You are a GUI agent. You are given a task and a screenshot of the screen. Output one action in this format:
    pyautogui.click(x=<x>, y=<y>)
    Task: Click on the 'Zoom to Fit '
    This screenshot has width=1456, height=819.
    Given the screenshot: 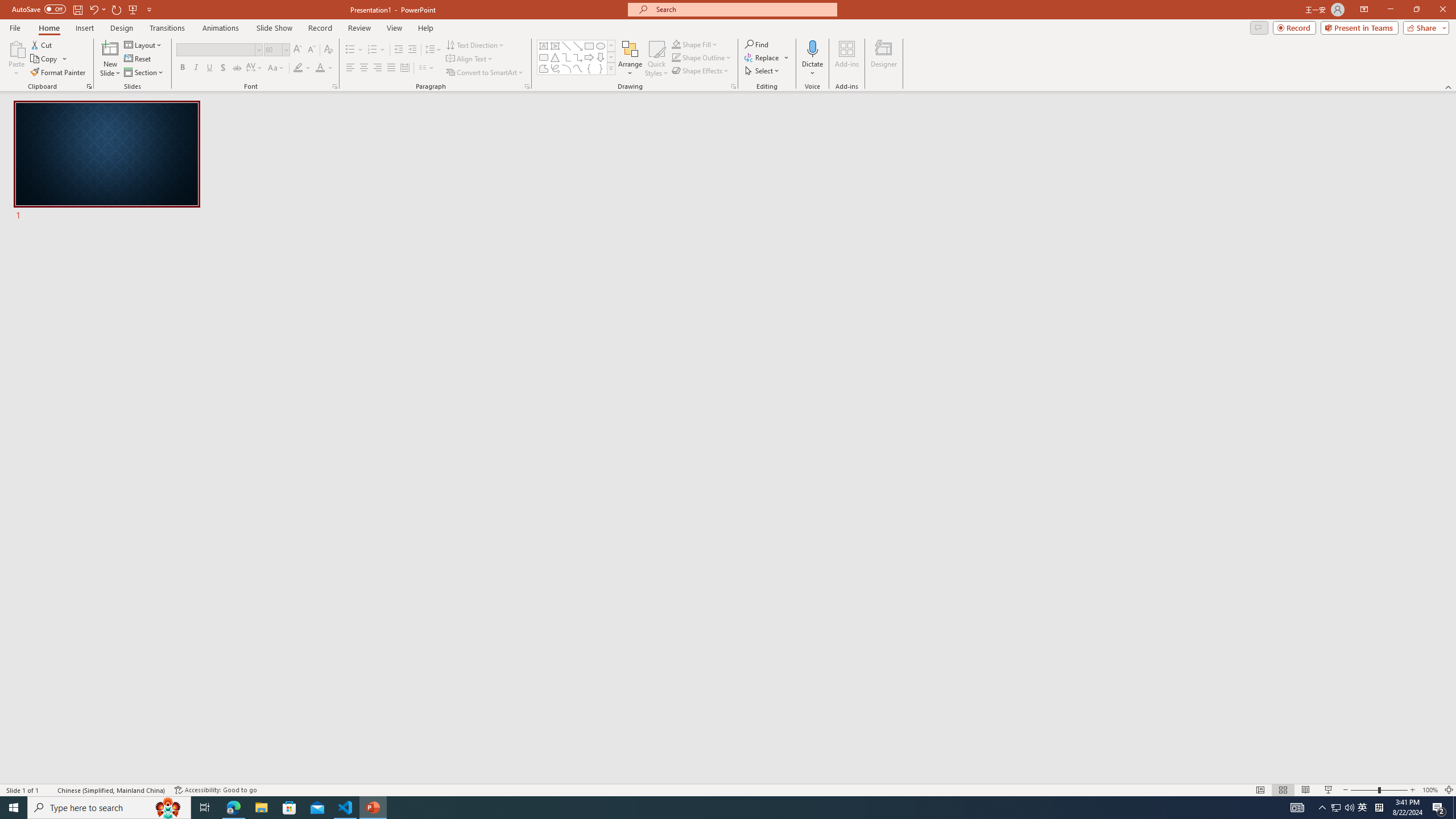 What is the action you would take?
    pyautogui.click(x=1449, y=790)
    